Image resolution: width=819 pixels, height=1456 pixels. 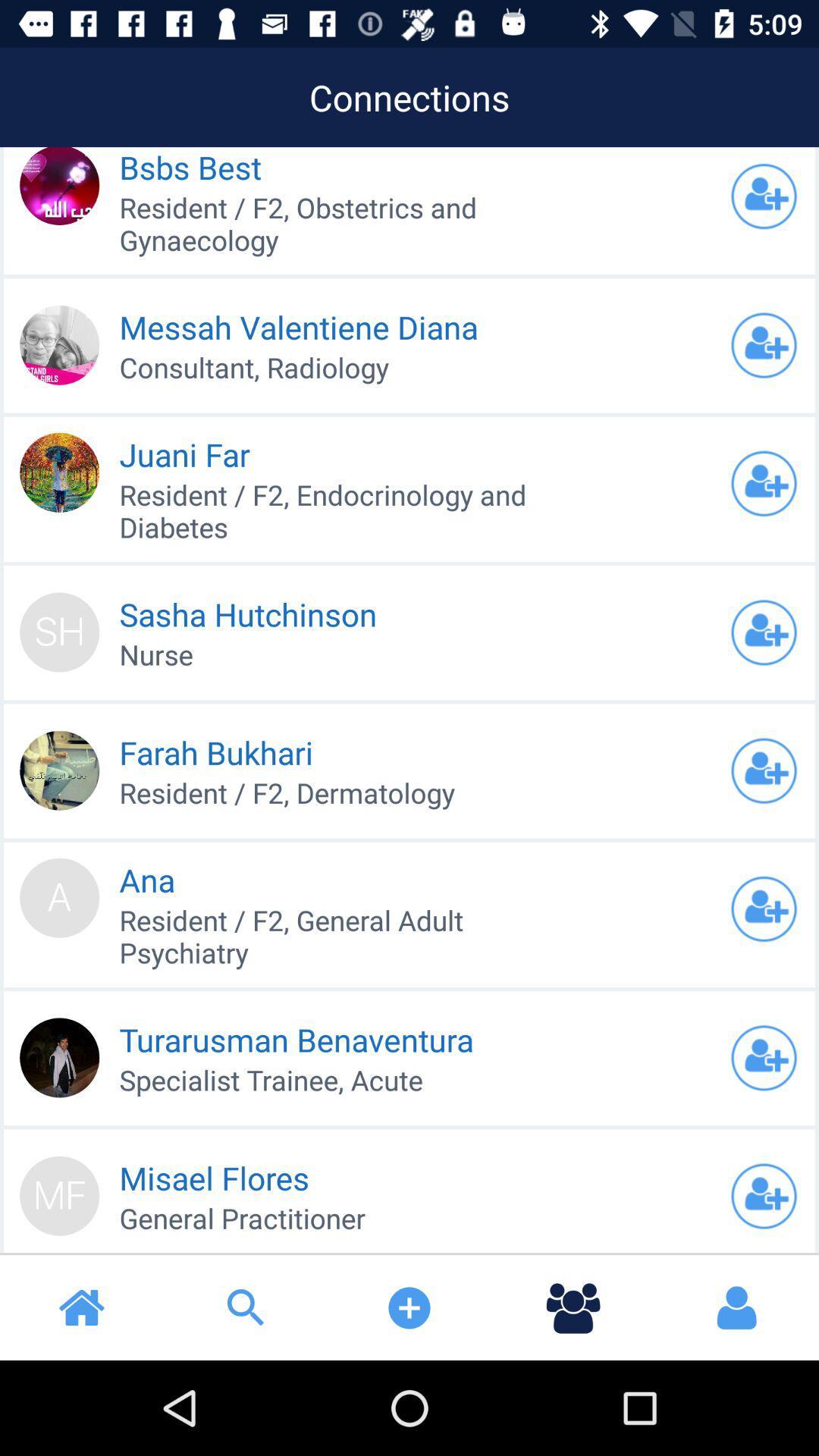 I want to click on friend, so click(x=764, y=196).